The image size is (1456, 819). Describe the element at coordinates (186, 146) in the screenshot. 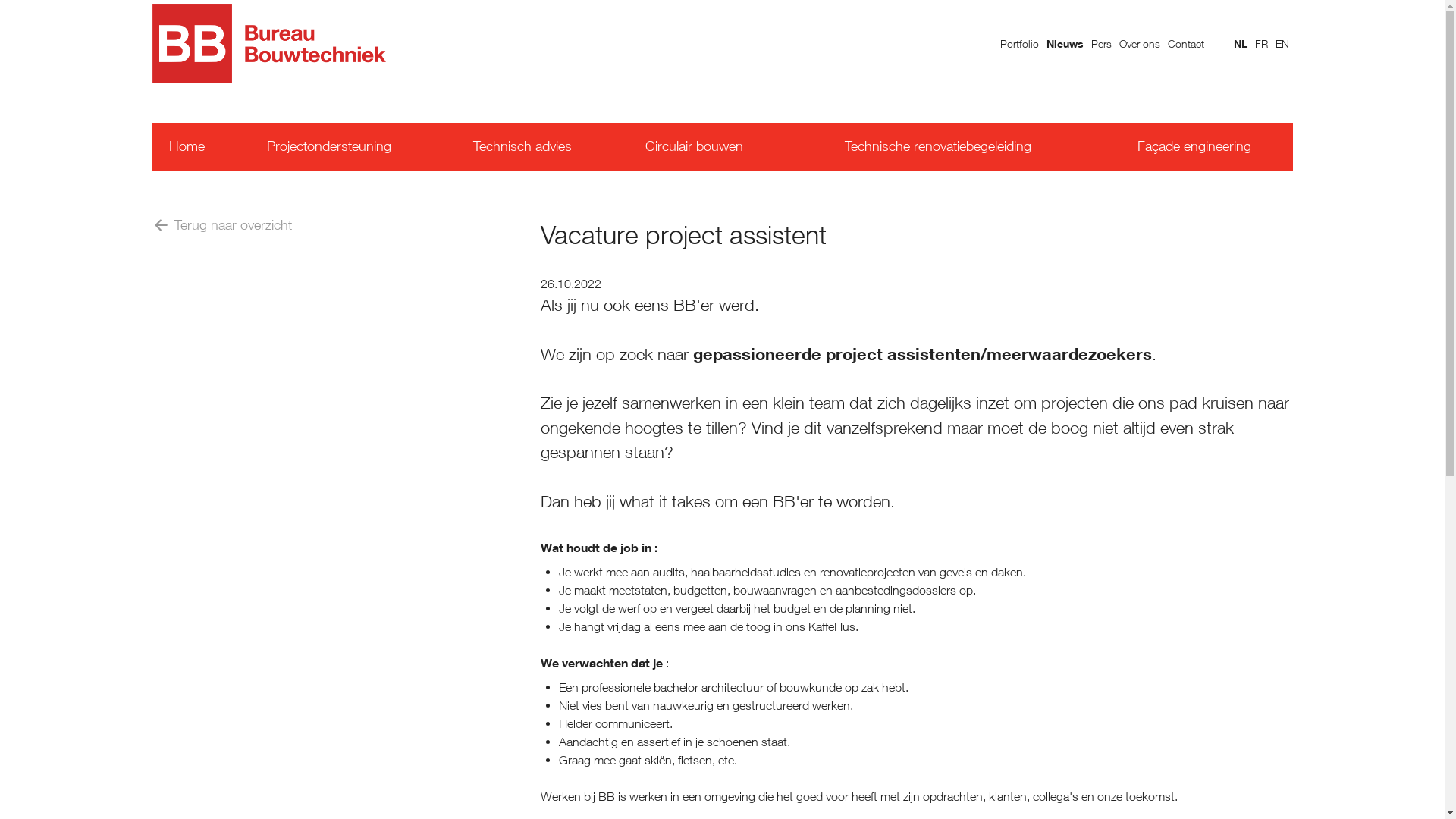

I see `'Home'` at that location.